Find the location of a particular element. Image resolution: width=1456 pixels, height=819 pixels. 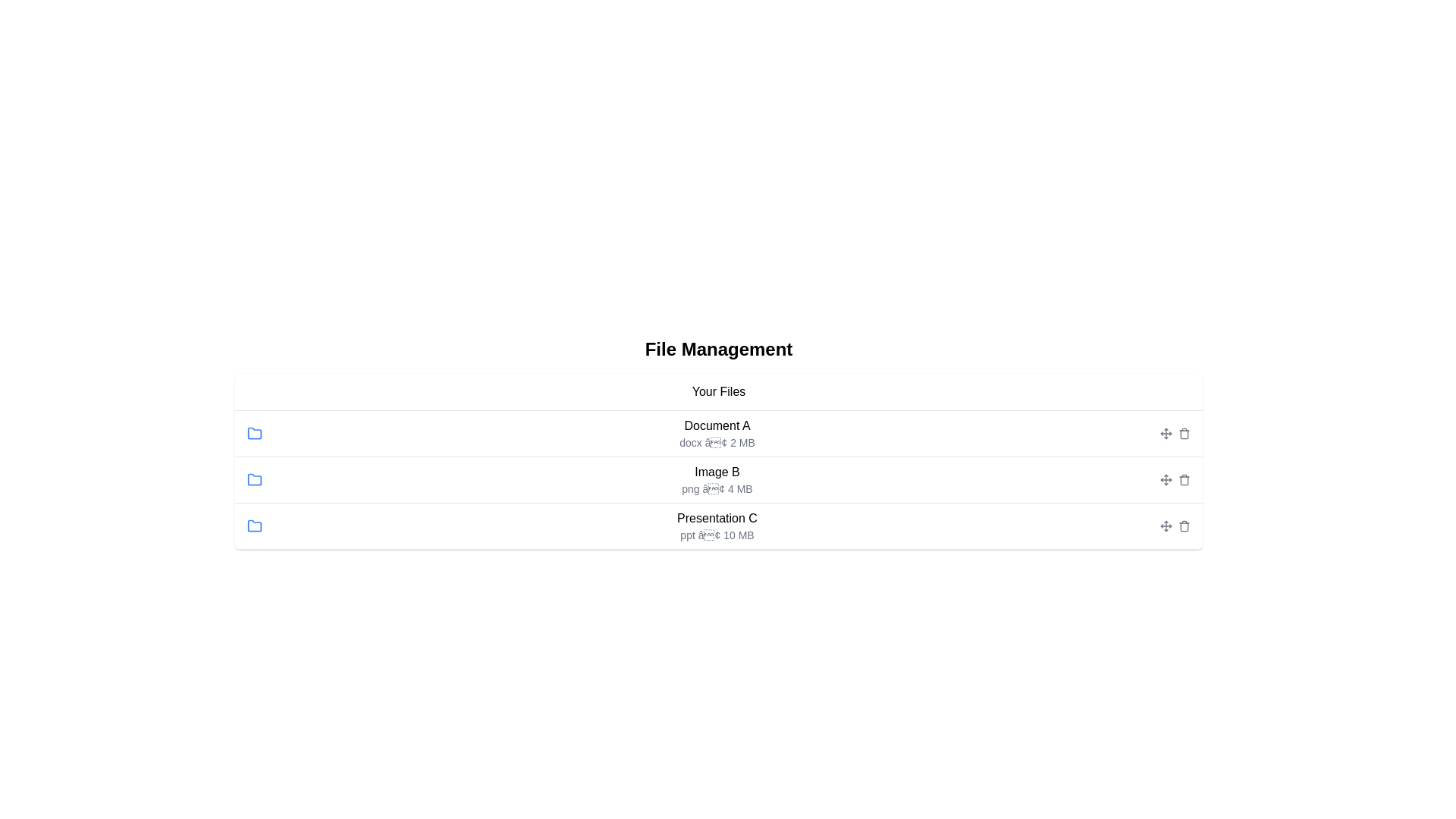

the list item entry for 'Document A' is located at coordinates (718, 434).